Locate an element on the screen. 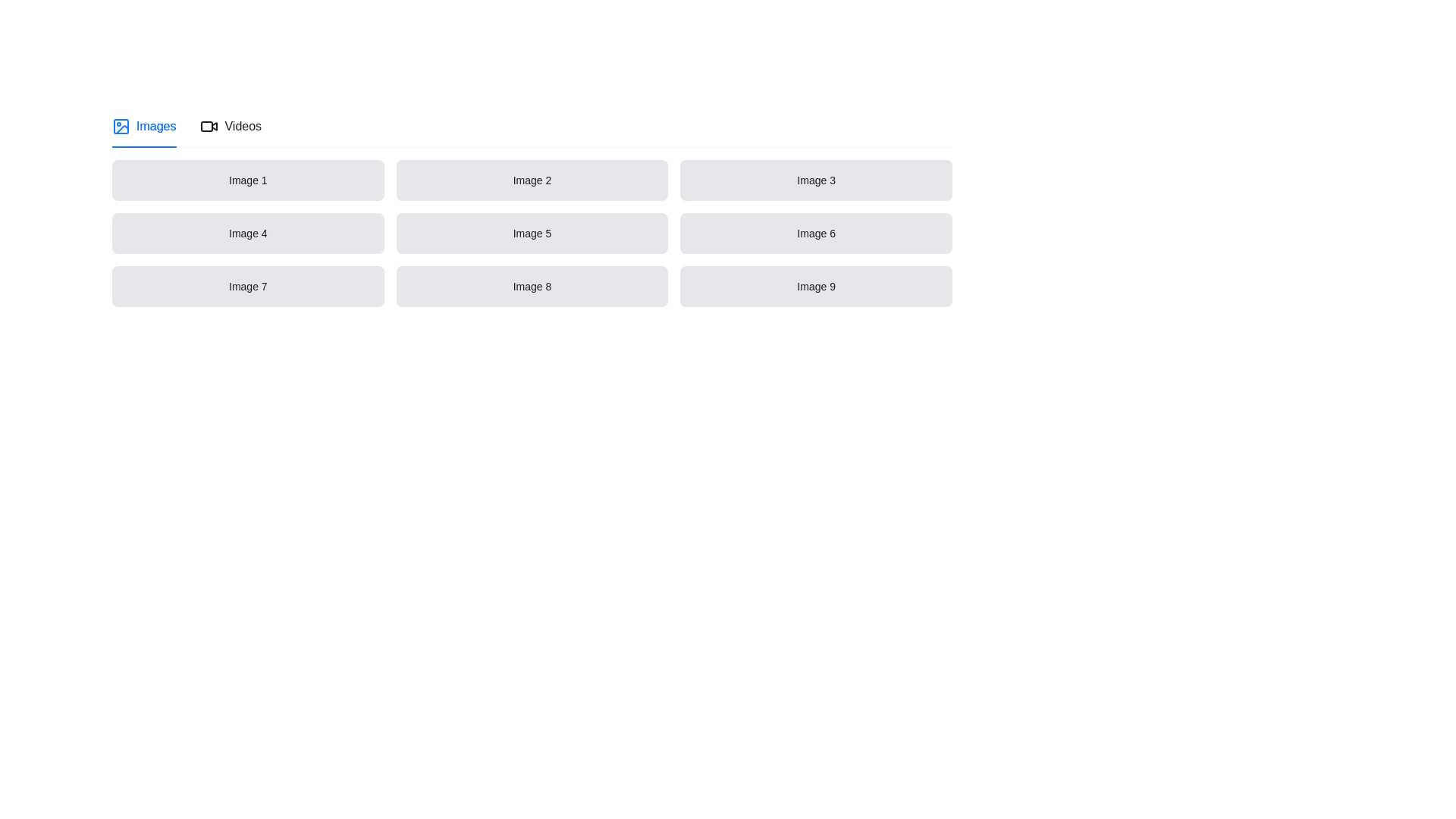  the label with the text 'Image 4', which is a rectangular box with a light gray background and rounded corners, located in the leftmost cell of the second row in a 3x3 grid layout is located at coordinates (248, 234).